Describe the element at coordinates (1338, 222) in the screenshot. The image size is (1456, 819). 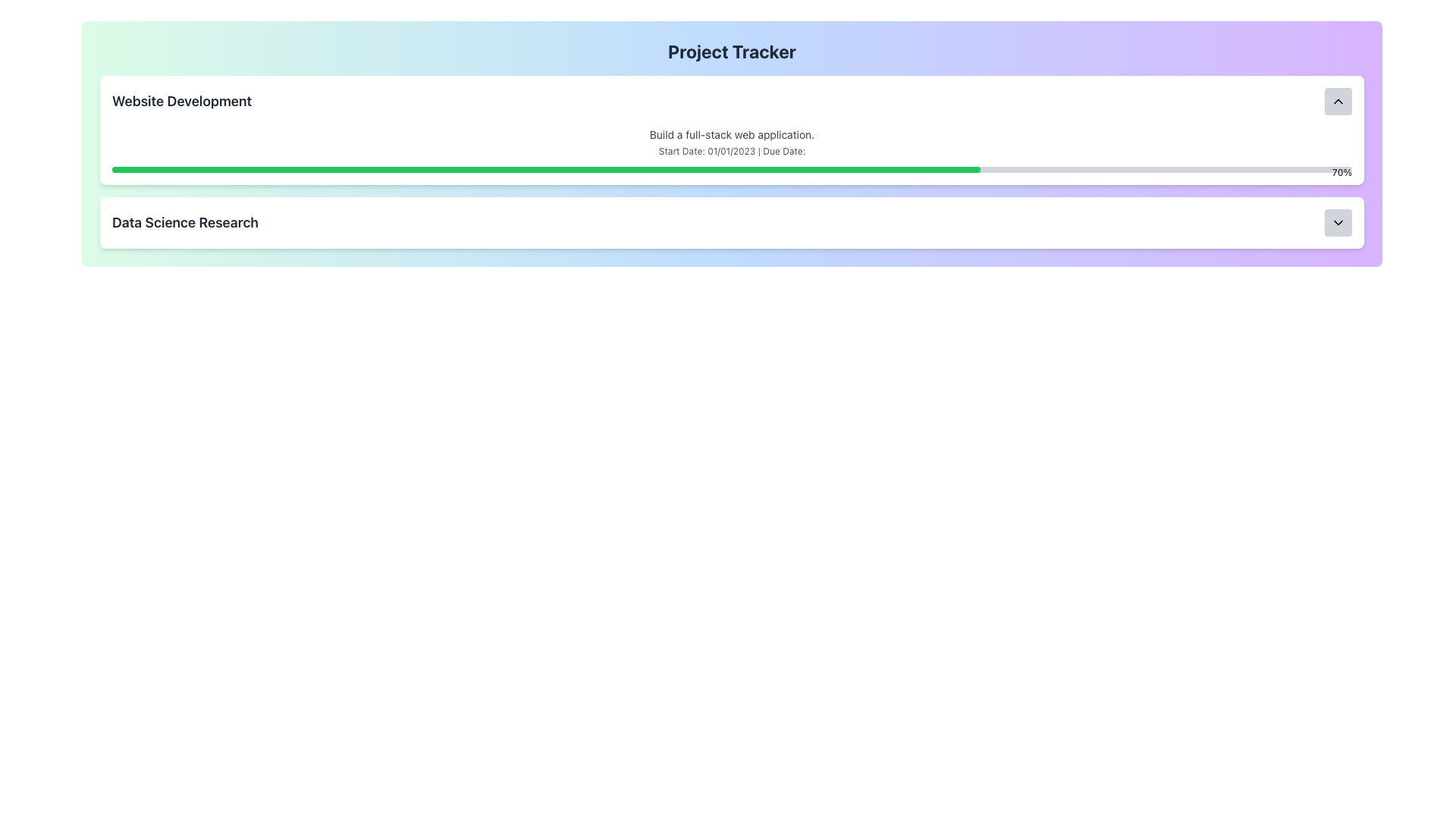
I see `the downward-pointing chevron icon in the lower right corner of the 'Data Science Research' project panel` at that location.